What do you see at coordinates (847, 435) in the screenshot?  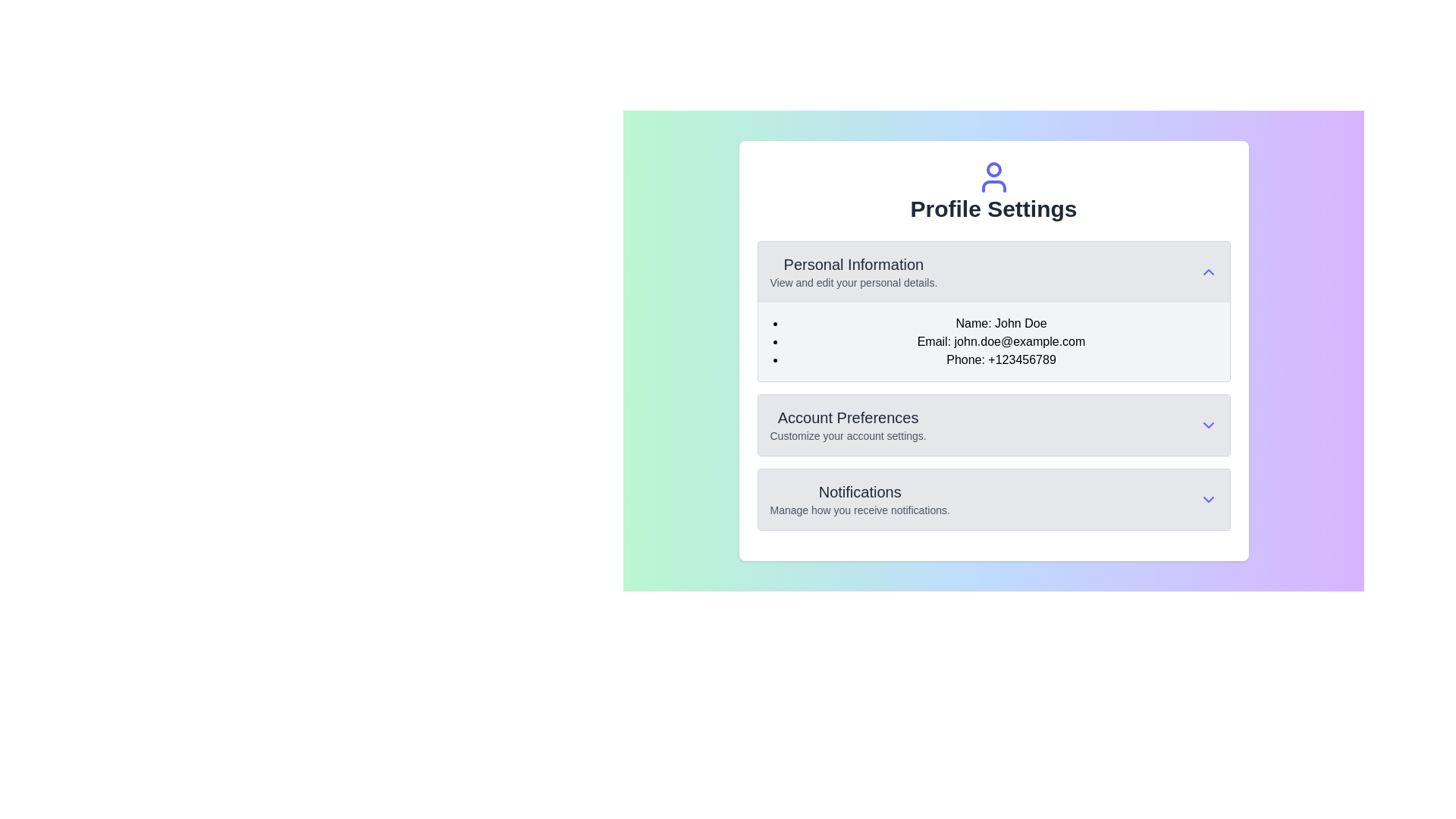 I see `the text snippet saying 'Customize your account settings.' which is styled with a smaller font and gray color, located below the 'Account Preferences' title within the card layout in the 'Profile Settings' section` at bounding box center [847, 435].